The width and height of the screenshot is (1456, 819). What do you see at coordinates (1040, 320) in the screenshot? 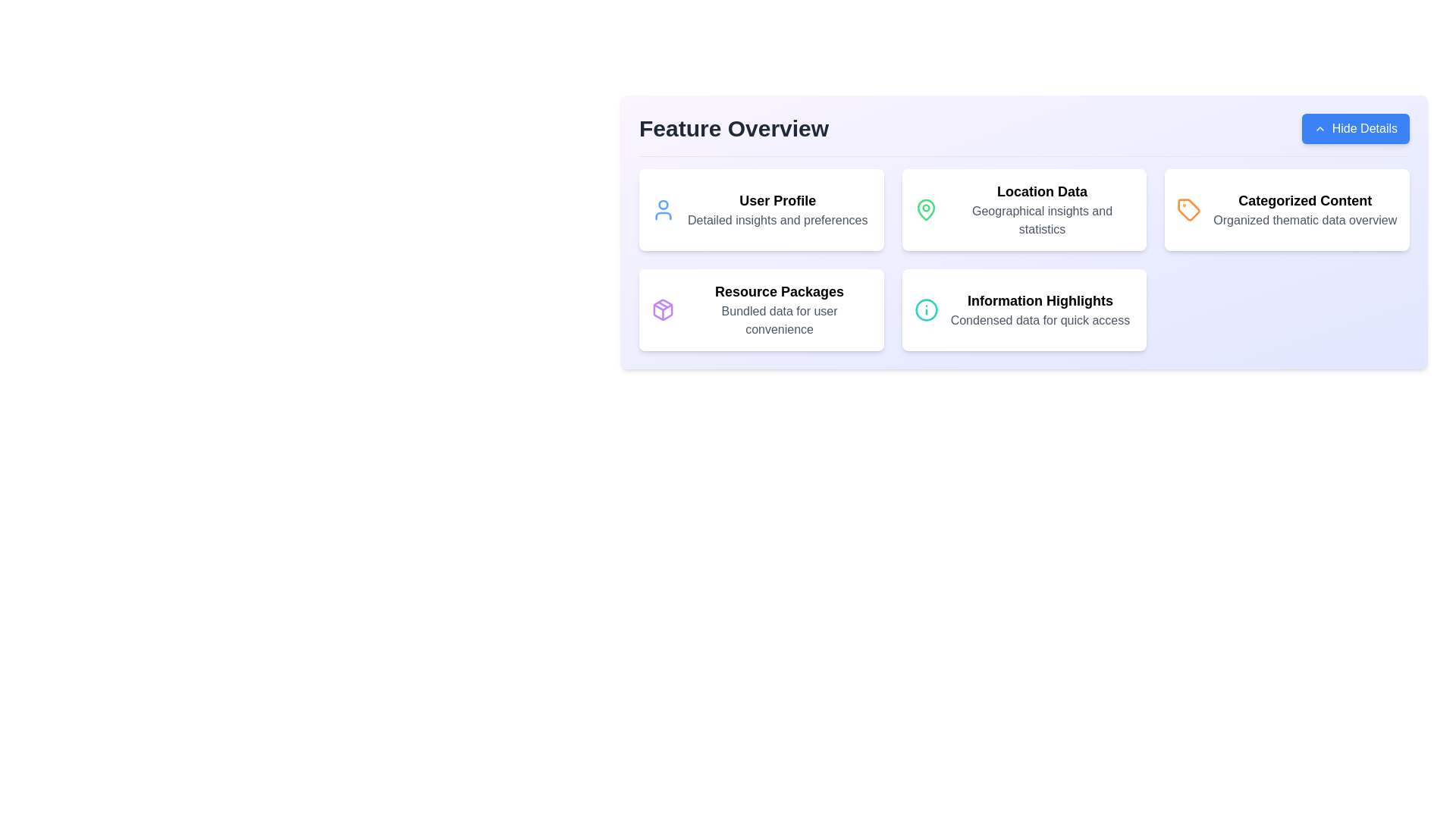
I see `the text label displaying 'Condensed data for quick access' located within the 'Information Highlights' card in the 'Feature Overview' section` at bounding box center [1040, 320].